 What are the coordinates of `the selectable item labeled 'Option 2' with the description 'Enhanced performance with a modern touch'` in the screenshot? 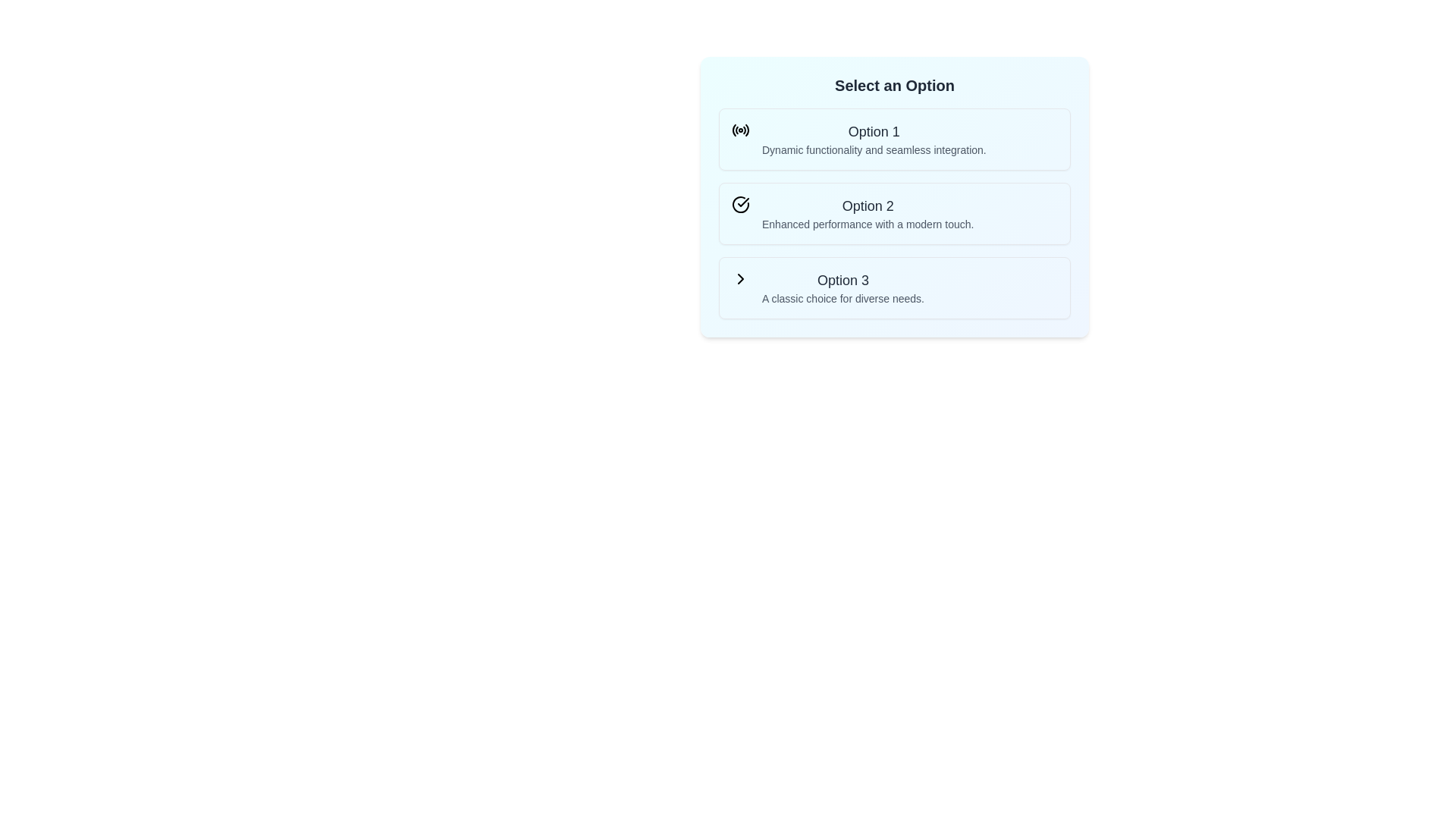 It's located at (895, 196).